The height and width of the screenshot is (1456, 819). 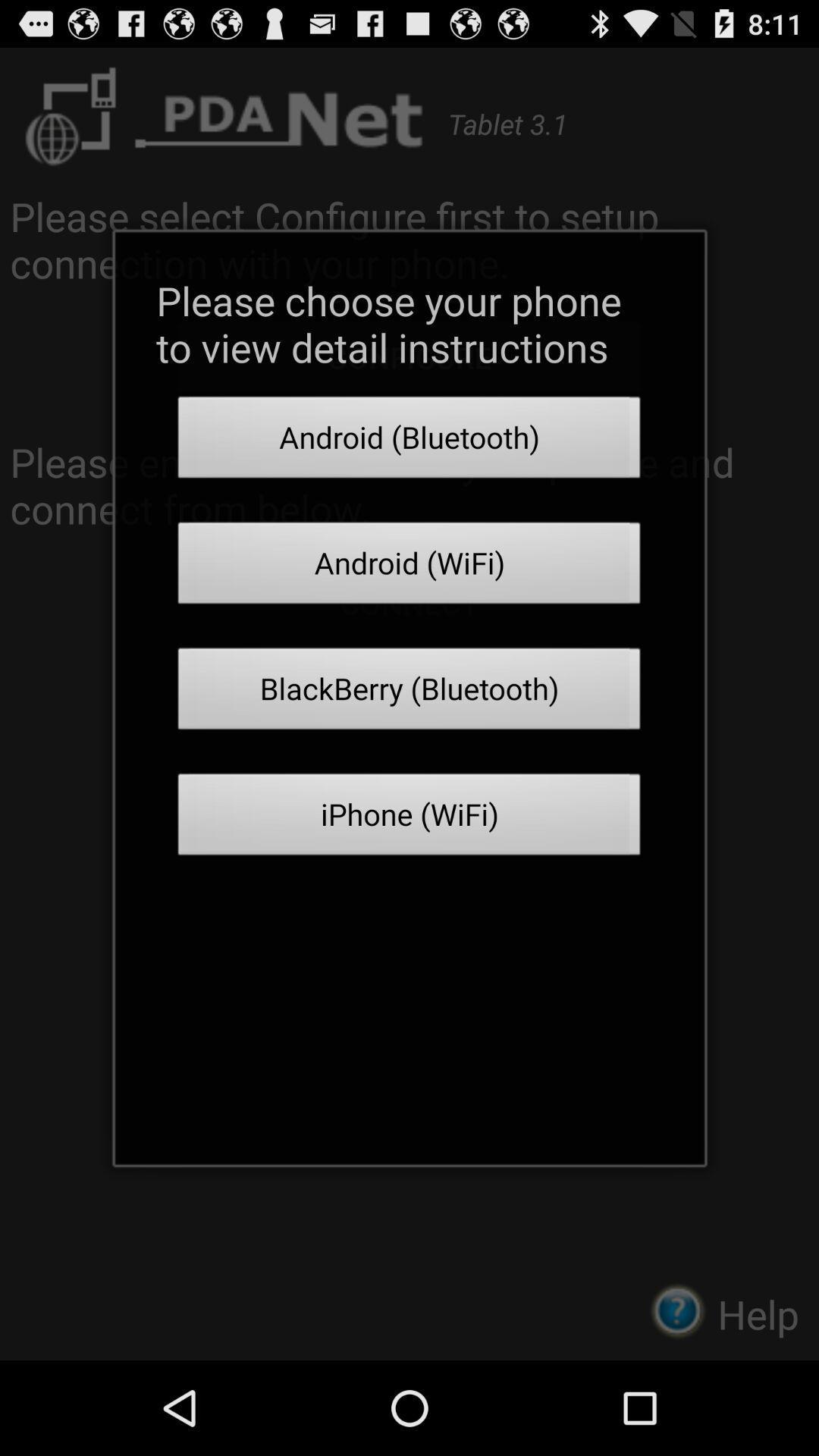 I want to click on the icon below please choose your app, so click(x=409, y=441).